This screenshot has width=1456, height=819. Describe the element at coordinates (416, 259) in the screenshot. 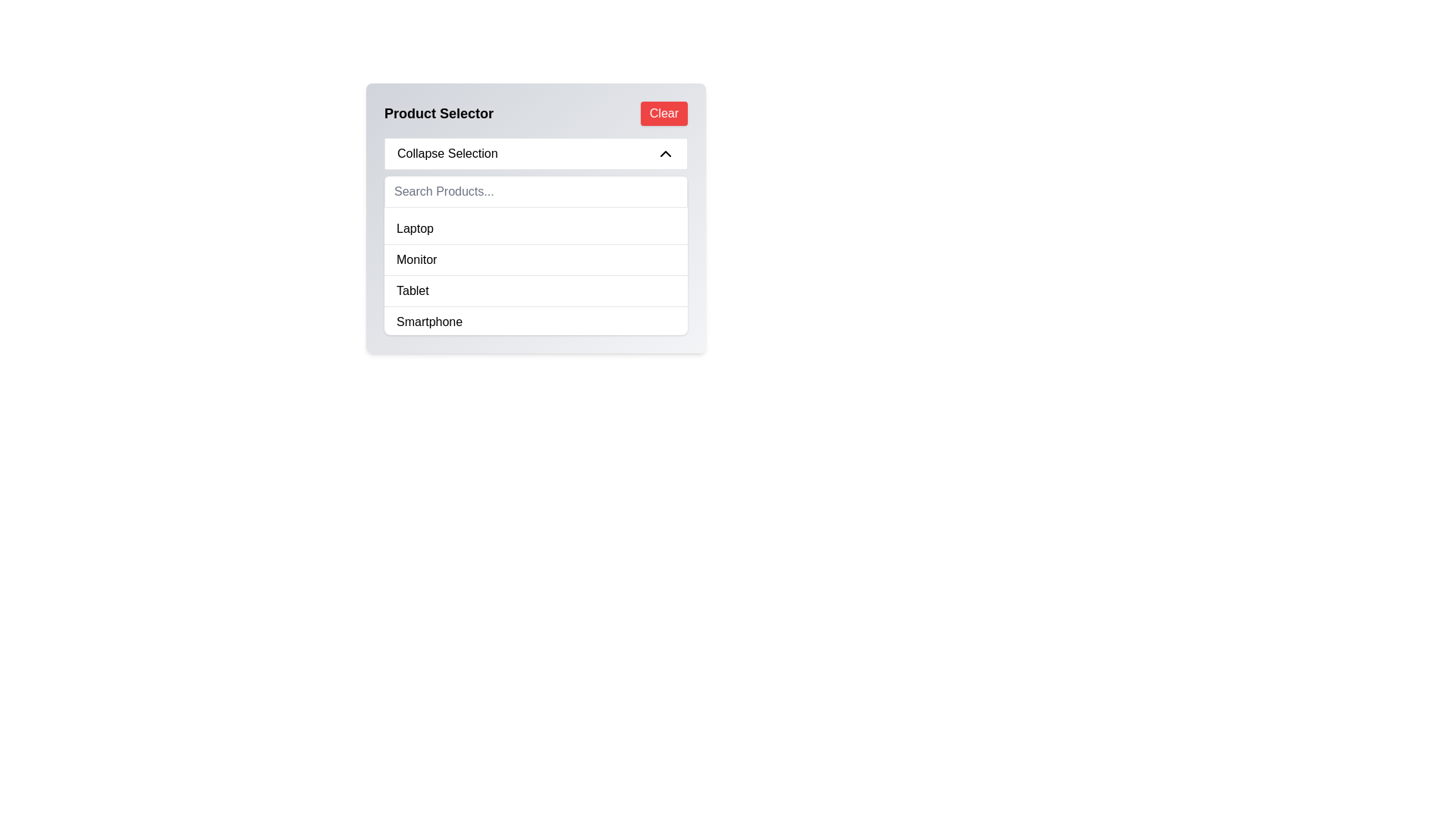

I see `the 'Monitor' option in the 'Product Selector' dropdown menu` at that location.